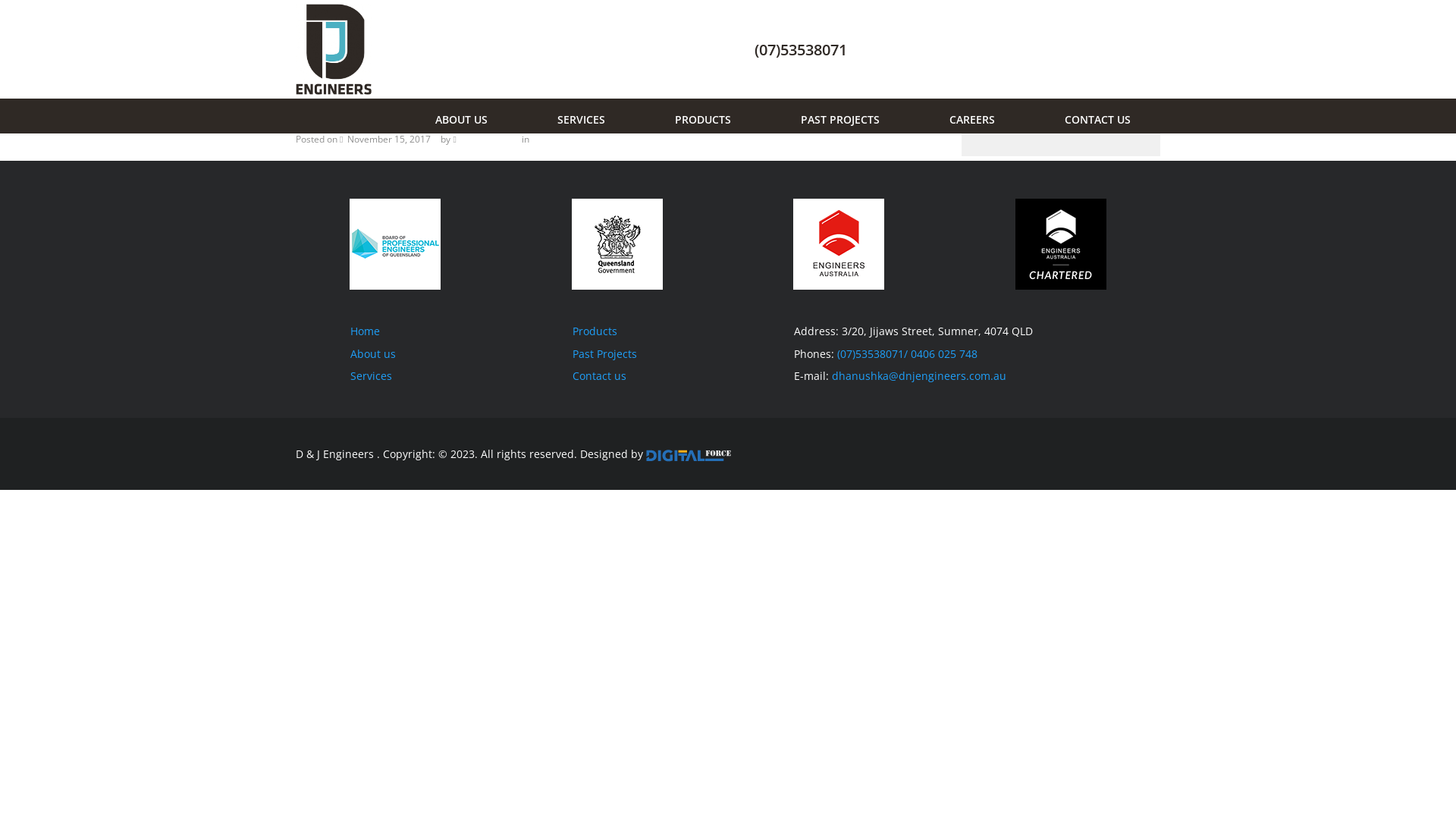 The height and width of the screenshot is (819, 1456). I want to click on 'Home', so click(365, 330).